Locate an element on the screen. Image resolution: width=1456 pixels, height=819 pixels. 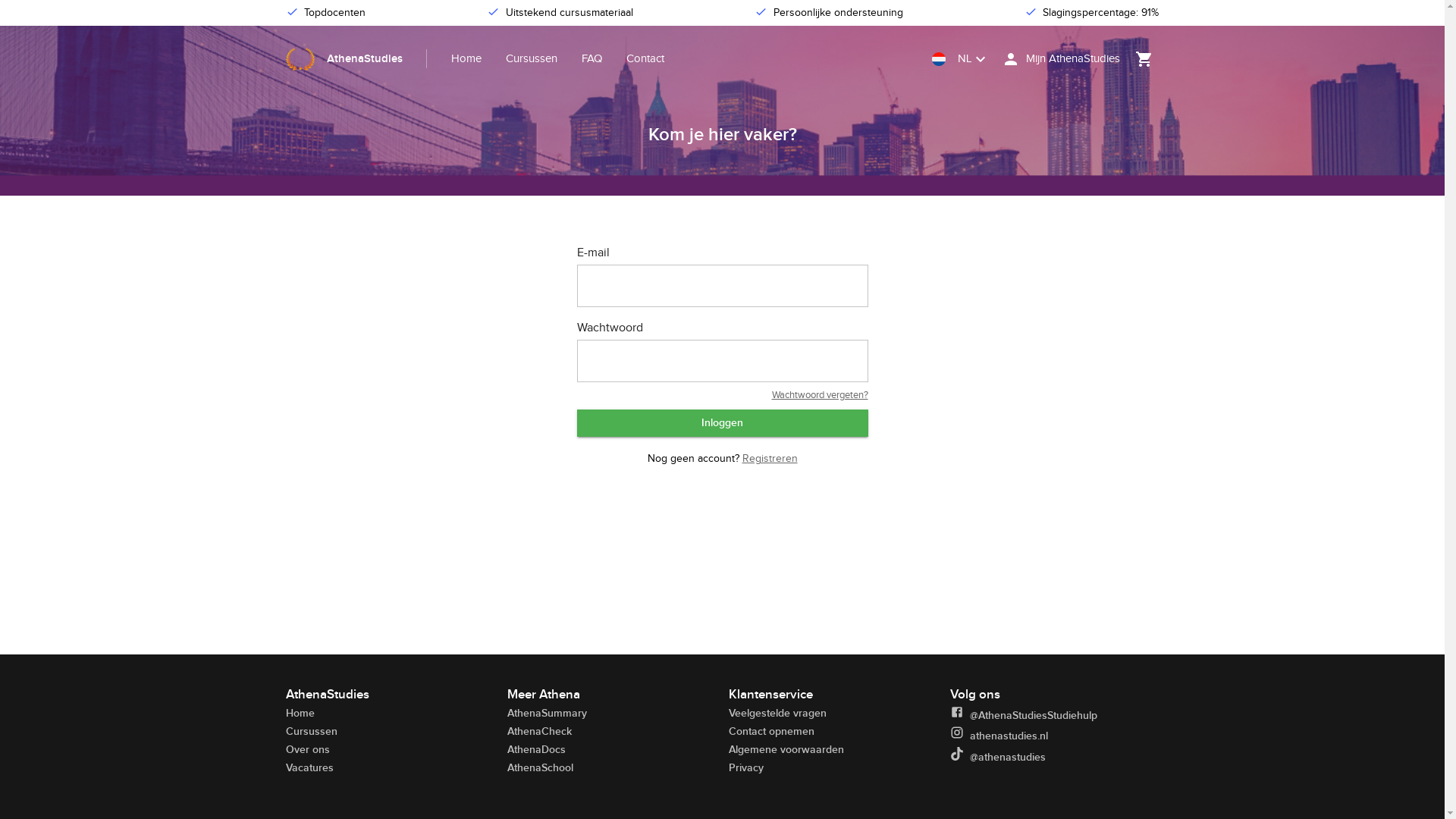
'Veelgestelde vragen' is located at coordinates (777, 713).